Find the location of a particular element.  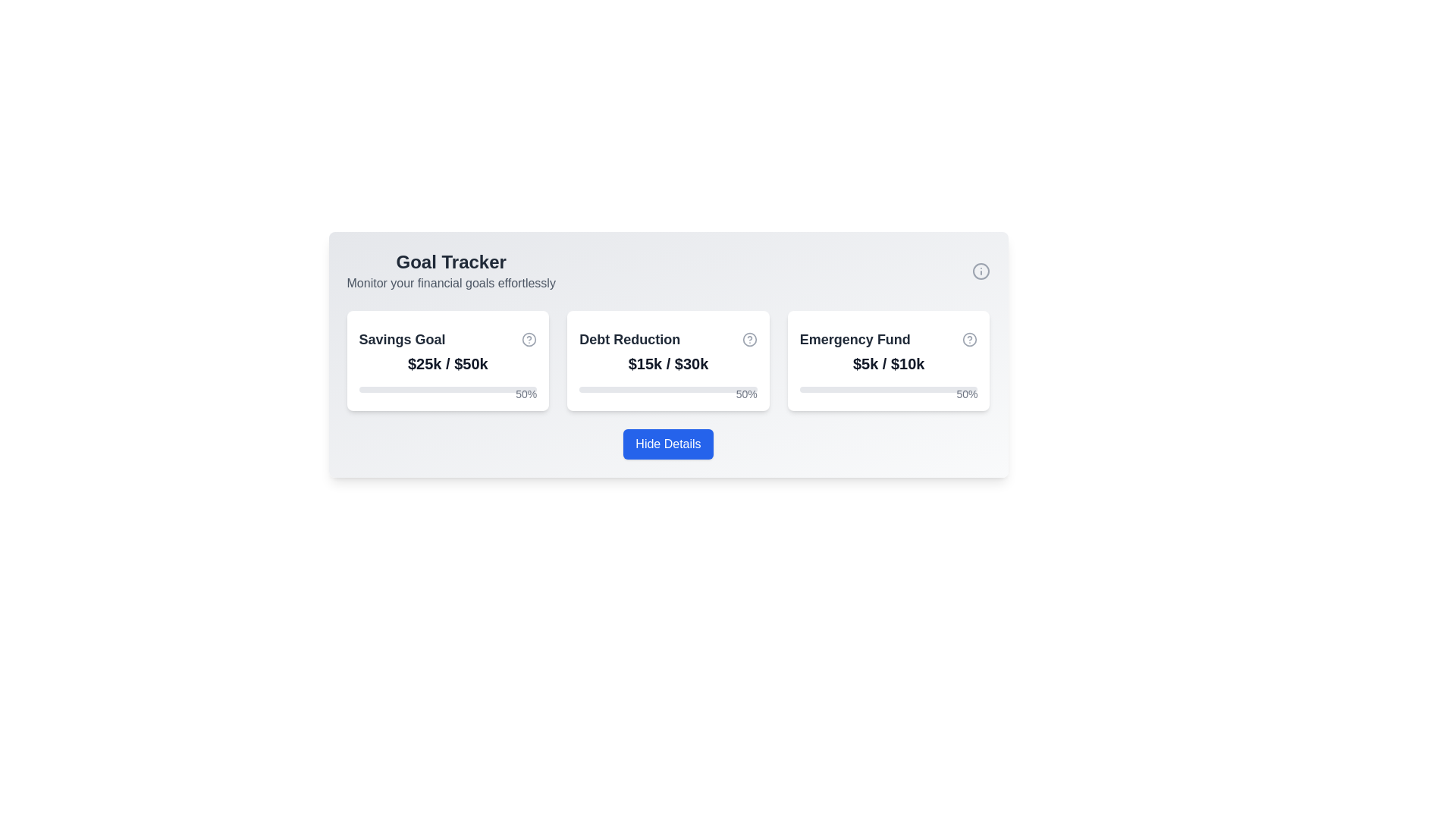

the text label that reads 'Monitor your financial goals effortlessly', which is styled in a smaller gray font and positioned directly below the 'Goal Tracker' heading is located at coordinates (450, 284).